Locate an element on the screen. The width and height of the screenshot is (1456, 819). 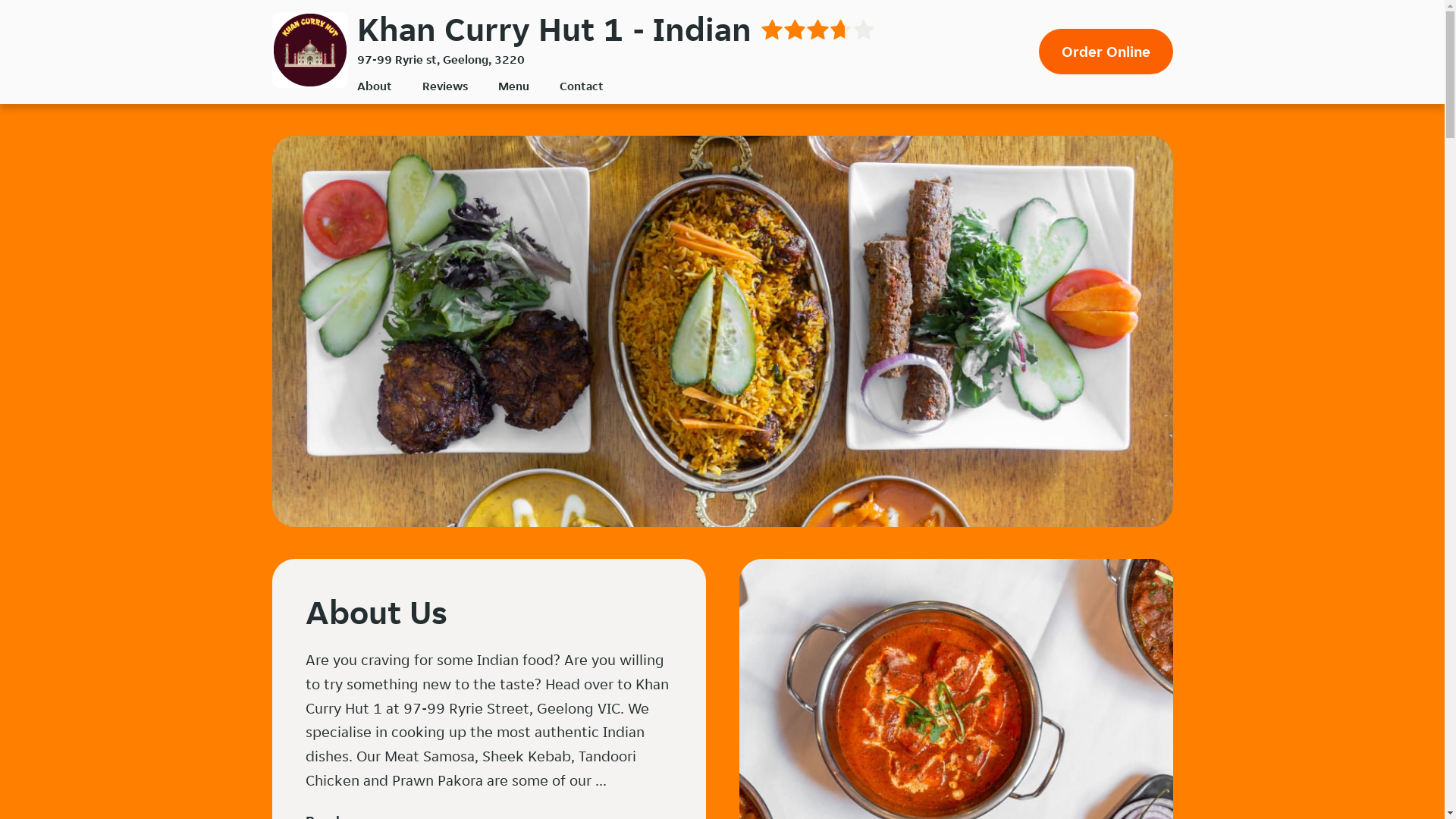
'Contact' is located at coordinates (581, 86).